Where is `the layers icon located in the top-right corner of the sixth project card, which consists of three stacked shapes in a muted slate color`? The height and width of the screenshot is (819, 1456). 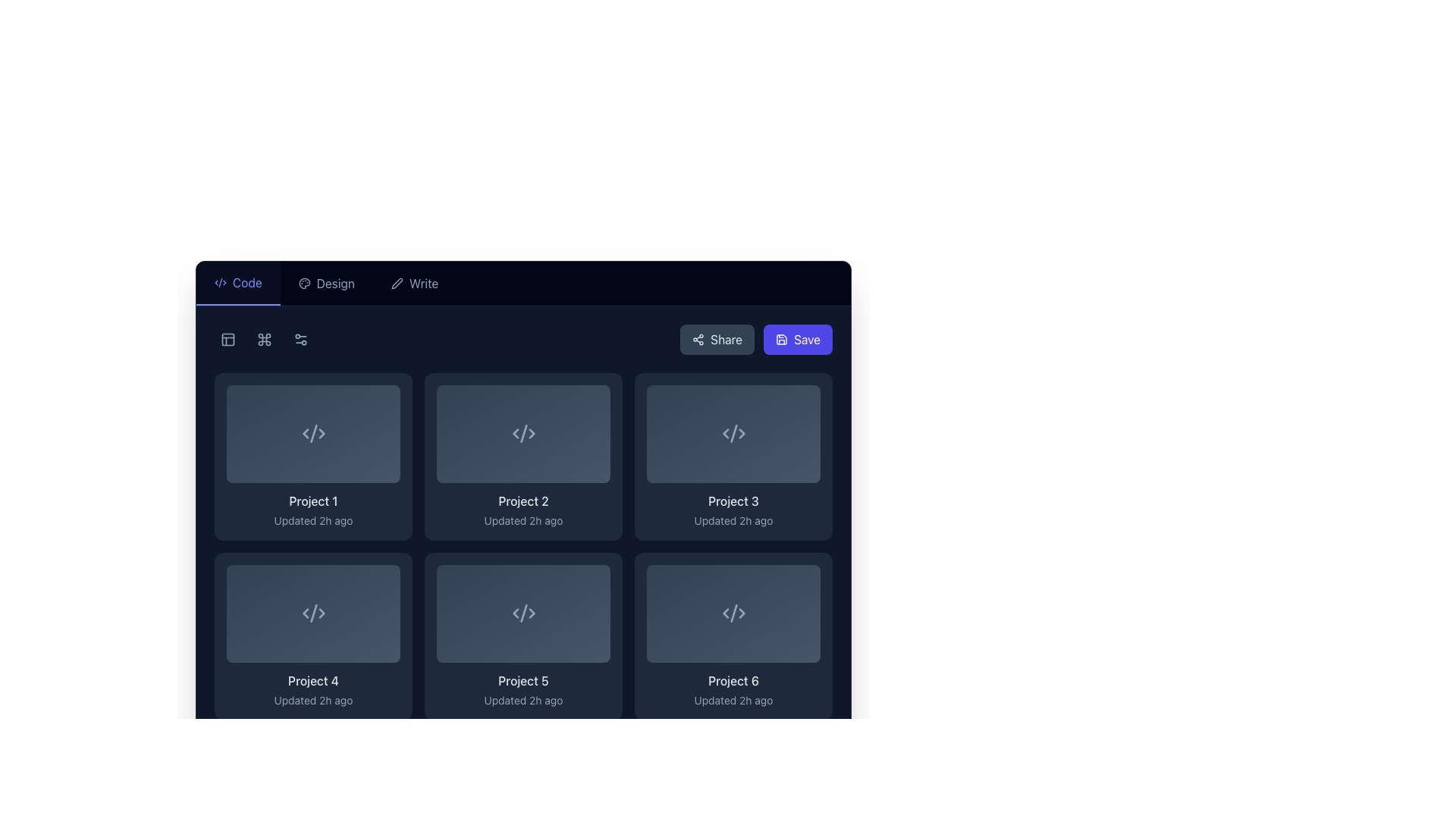
the layers icon located in the top-right corner of the sixth project card, which consists of three stacked shapes in a muted slate color is located at coordinates (817, 567).